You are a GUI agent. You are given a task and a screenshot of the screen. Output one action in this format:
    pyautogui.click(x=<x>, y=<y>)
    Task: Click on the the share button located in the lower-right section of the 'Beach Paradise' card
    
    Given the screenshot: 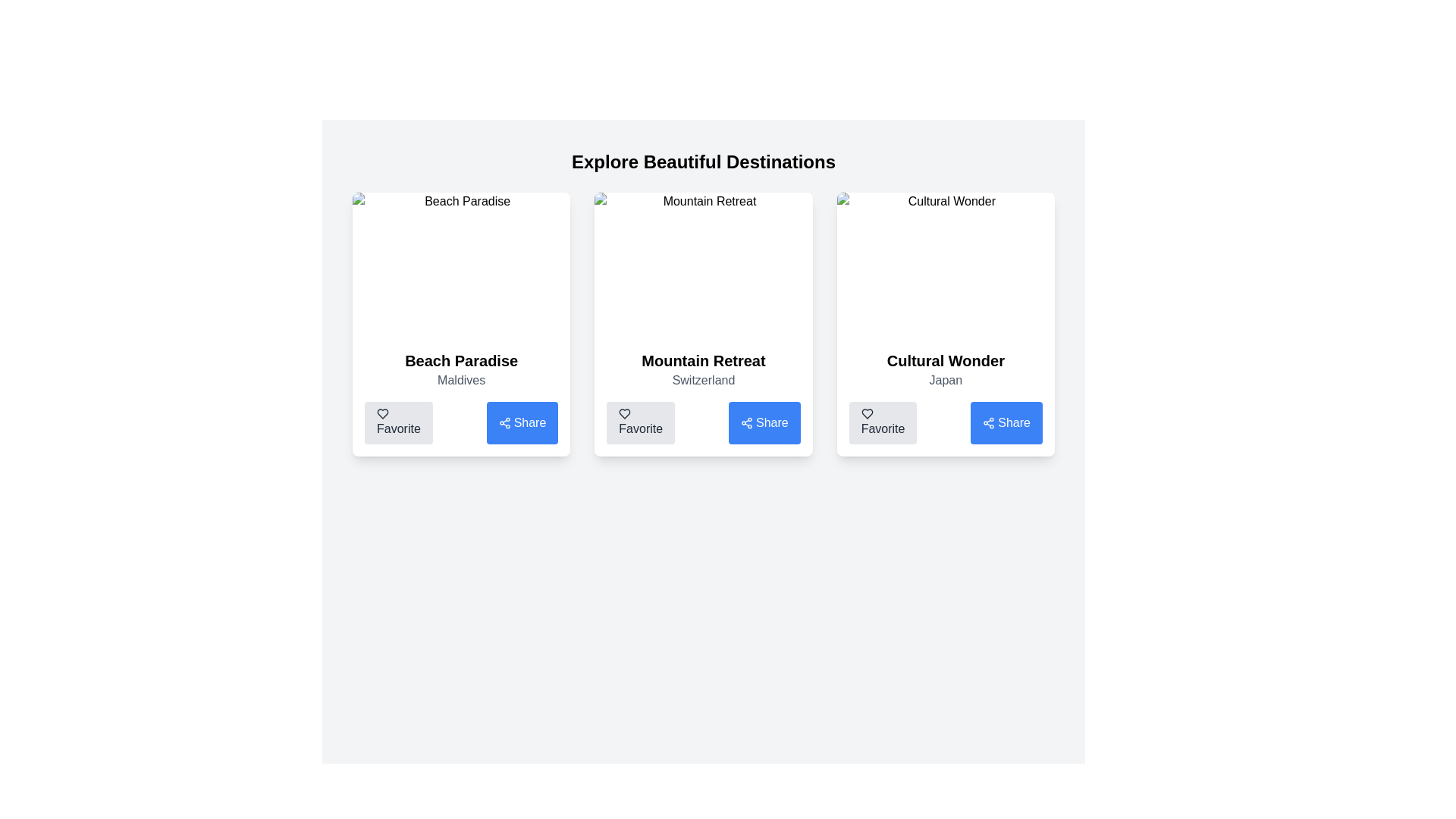 What is the action you would take?
    pyautogui.click(x=504, y=423)
    